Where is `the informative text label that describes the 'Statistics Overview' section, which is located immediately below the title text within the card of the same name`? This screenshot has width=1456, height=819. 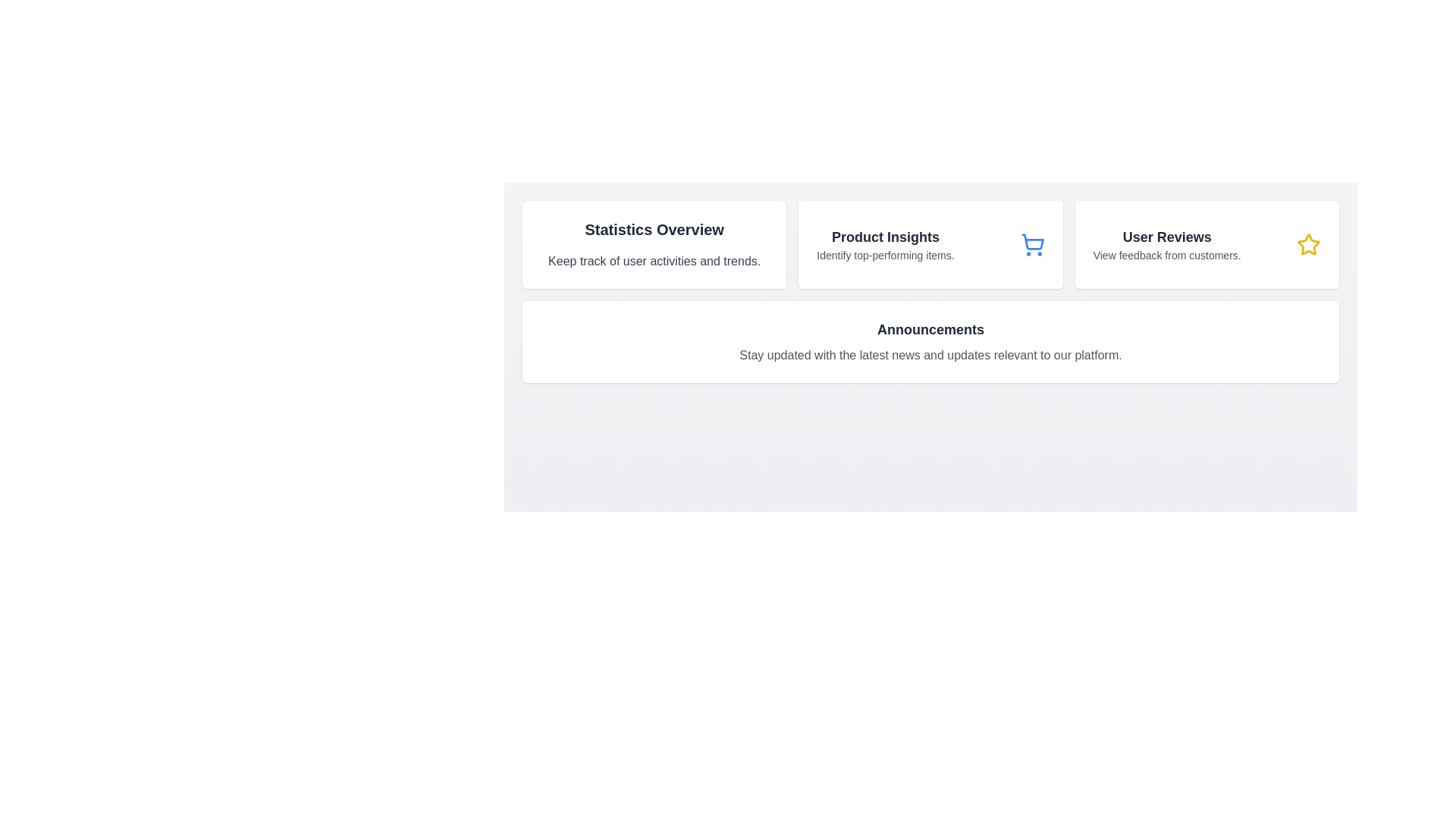 the informative text label that describes the 'Statistics Overview' section, which is located immediately below the title text within the card of the same name is located at coordinates (654, 260).